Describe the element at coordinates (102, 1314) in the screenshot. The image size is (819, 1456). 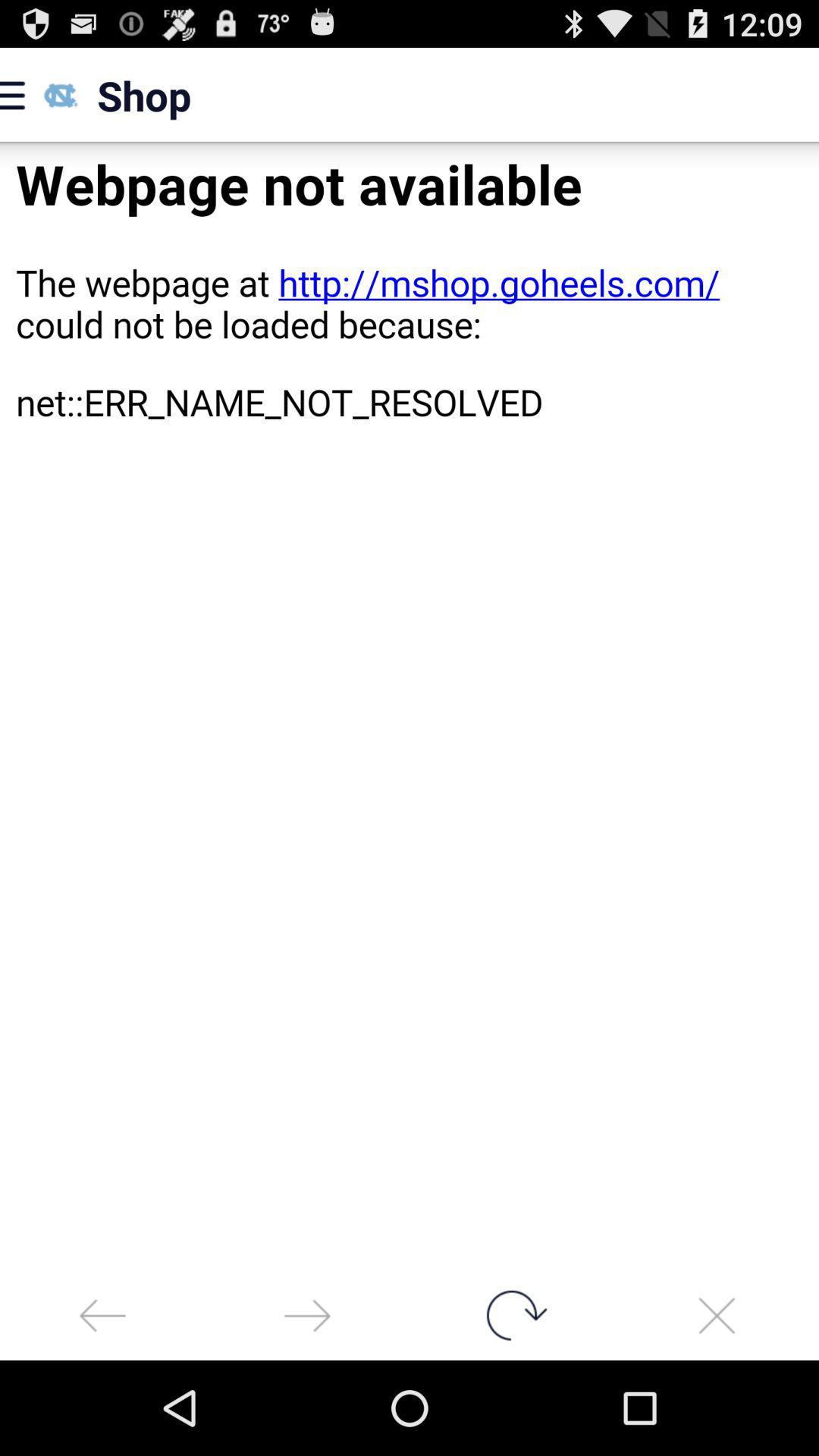
I see `back` at that location.